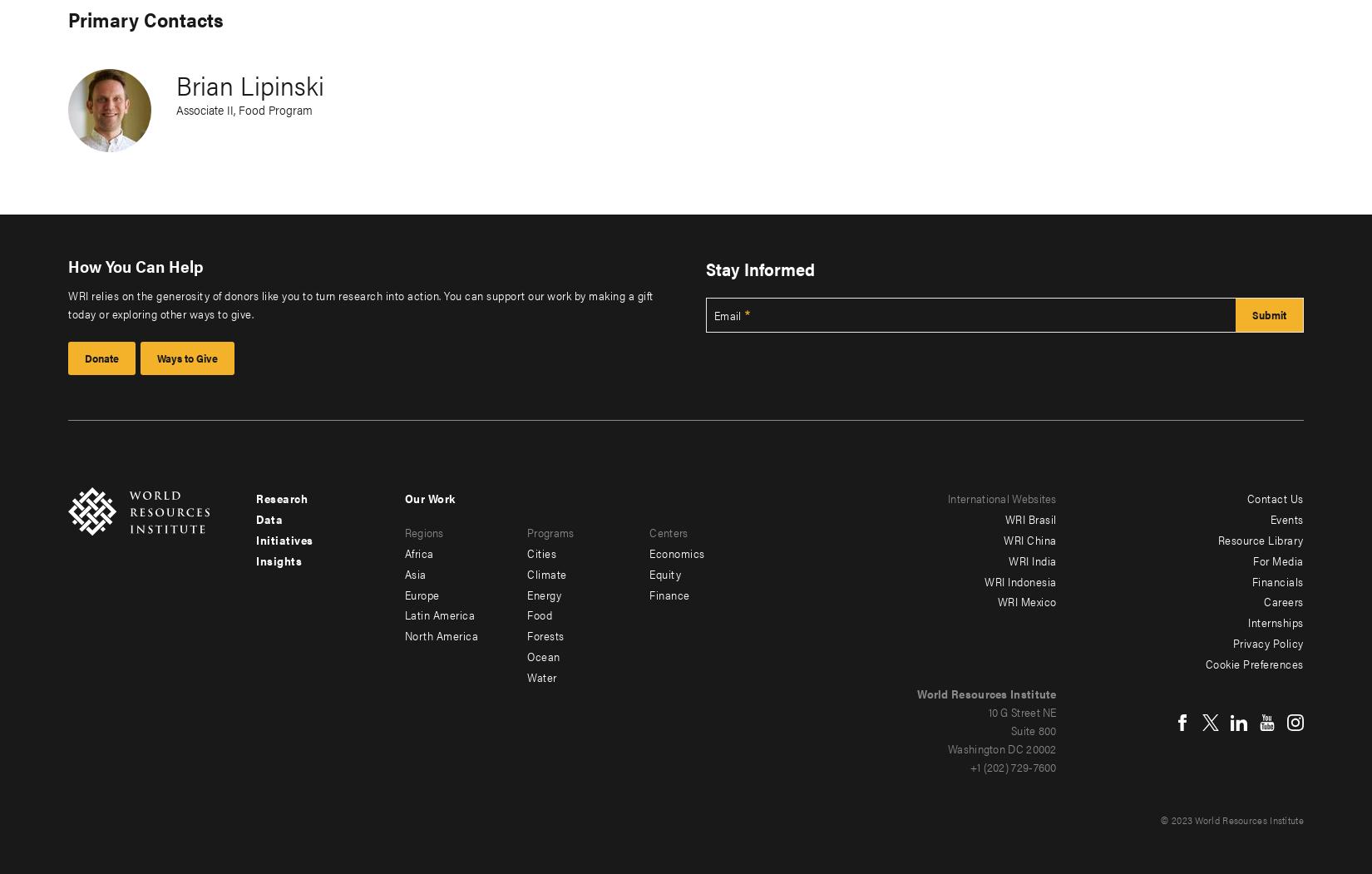 The image size is (1372, 874). Describe the element at coordinates (668, 531) in the screenshot. I see `'Centers'` at that location.